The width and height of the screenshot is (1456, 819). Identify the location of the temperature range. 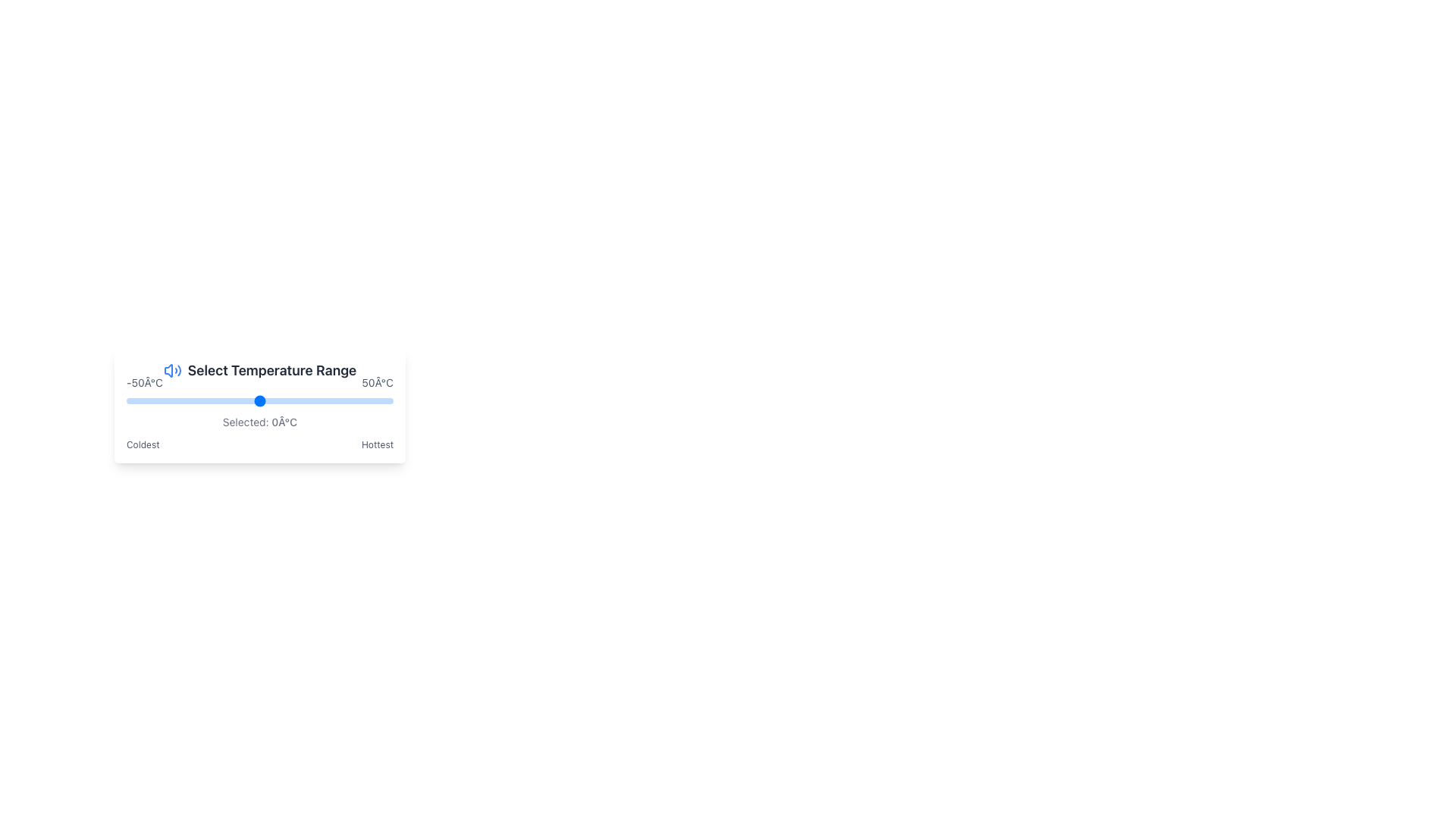
(300, 400).